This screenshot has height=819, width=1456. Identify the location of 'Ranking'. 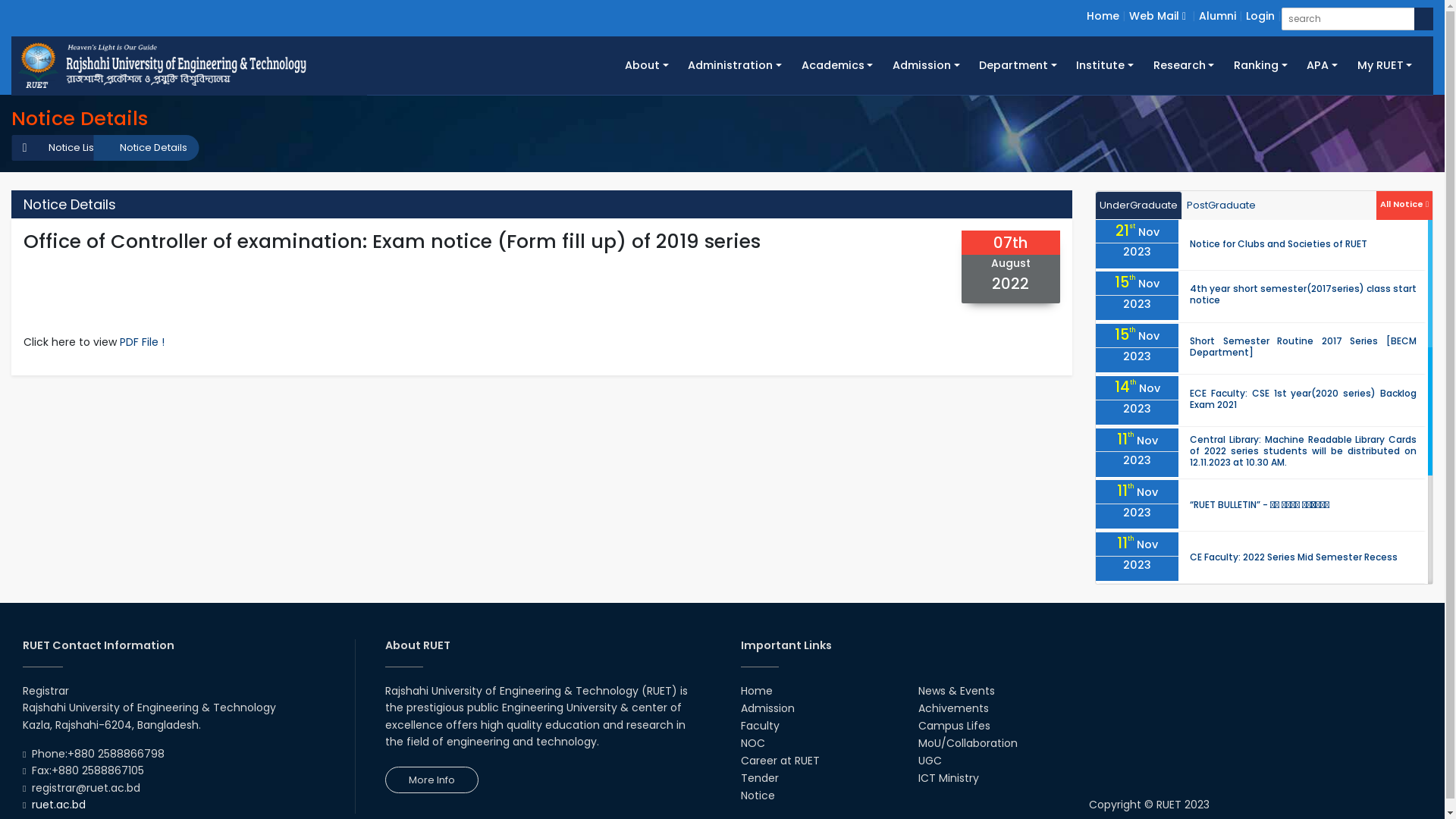
(1260, 64).